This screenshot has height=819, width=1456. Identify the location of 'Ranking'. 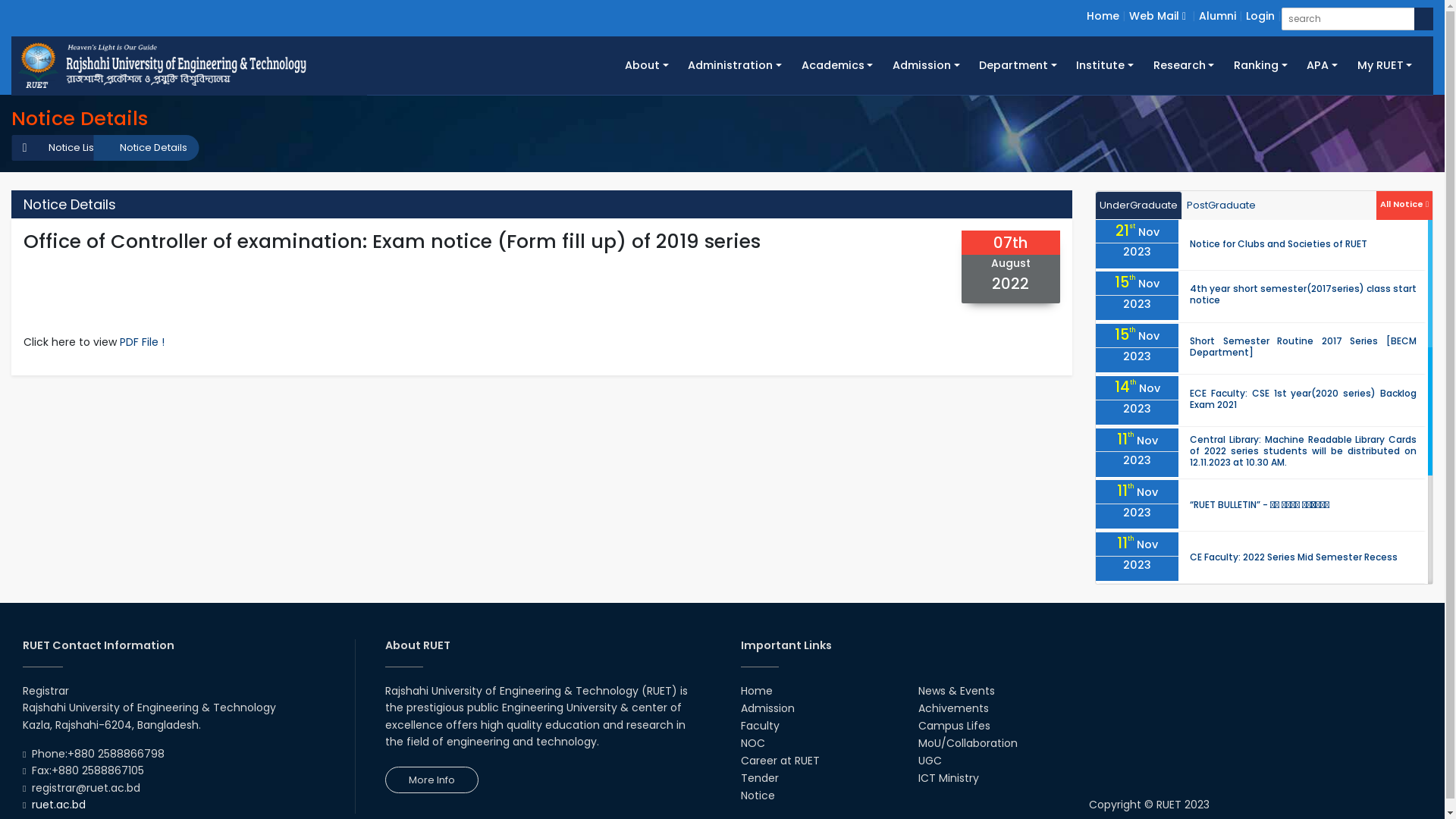
(1260, 64).